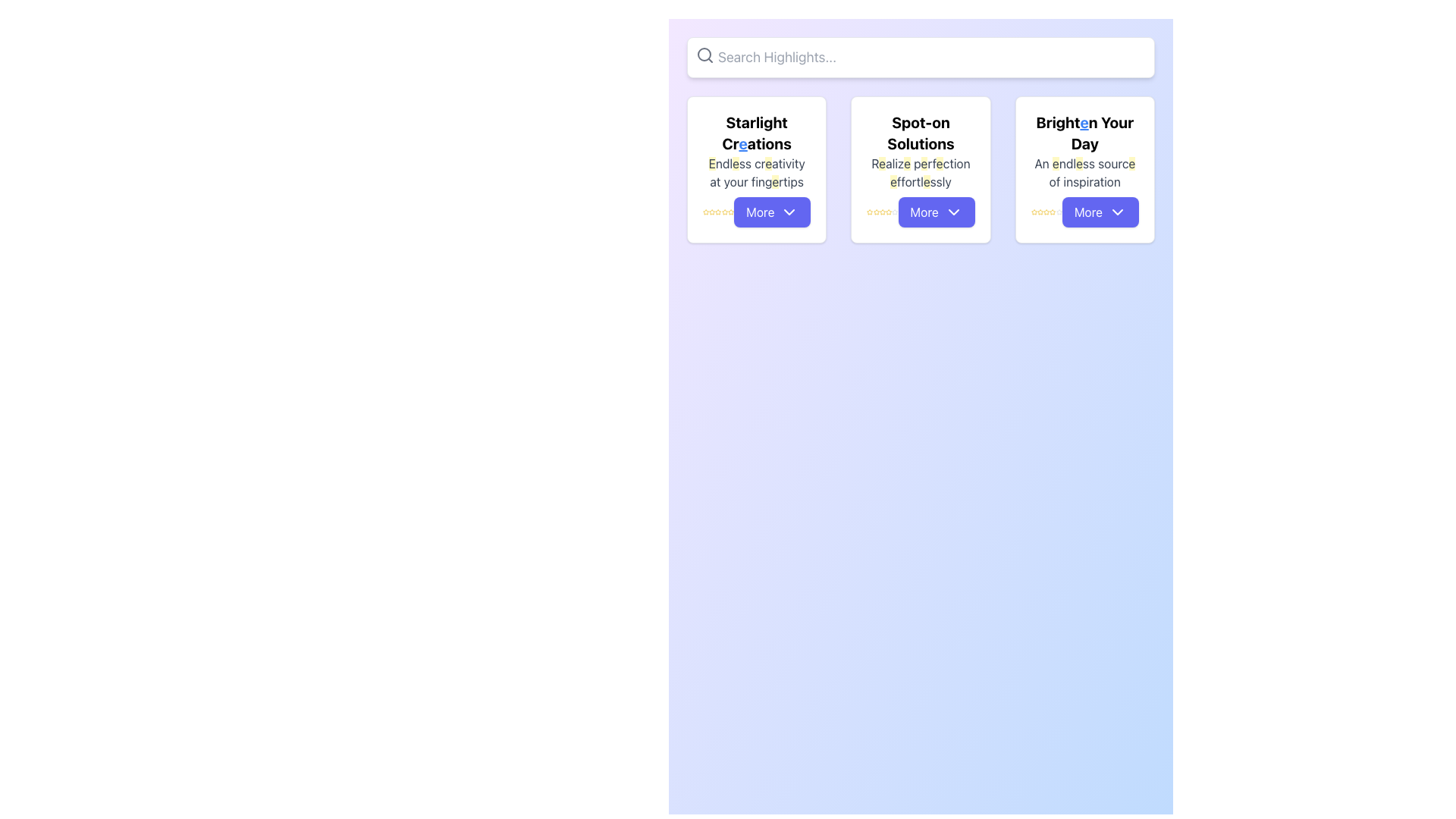 The height and width of the screenshot is (819, 1456). What do you see at coordinates (1046, 212) in the screenshot?
I see `the fourth star icon in the horizontal set of star icons located under the text 'Brighten Your Day'` at bounding box center [1046, 212].